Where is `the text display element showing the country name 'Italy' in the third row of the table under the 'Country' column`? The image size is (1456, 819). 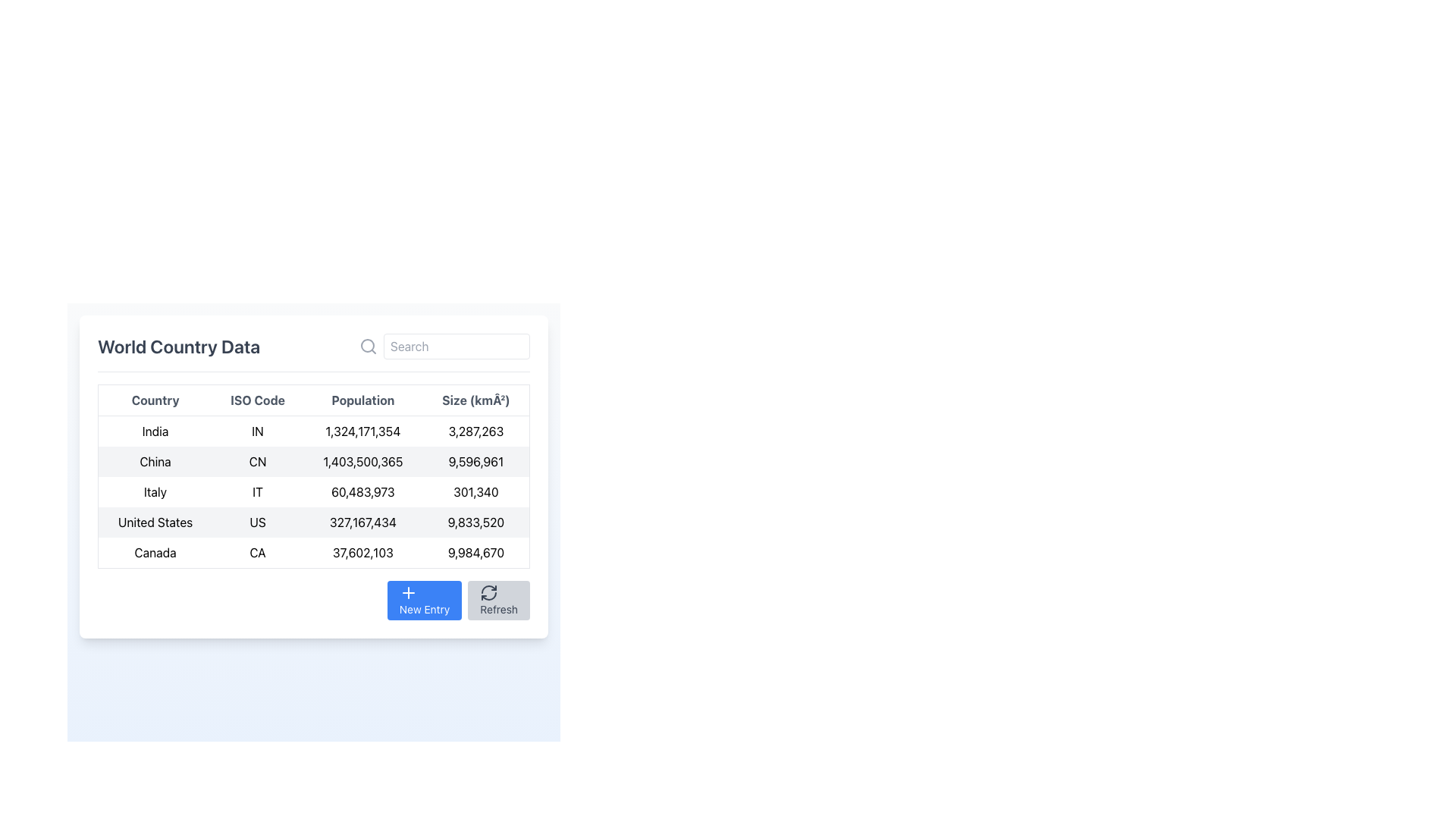
the text display element showing the country name 'Italy' in the third row of the table under the 'Country' column is located at coordinates (155, 491).